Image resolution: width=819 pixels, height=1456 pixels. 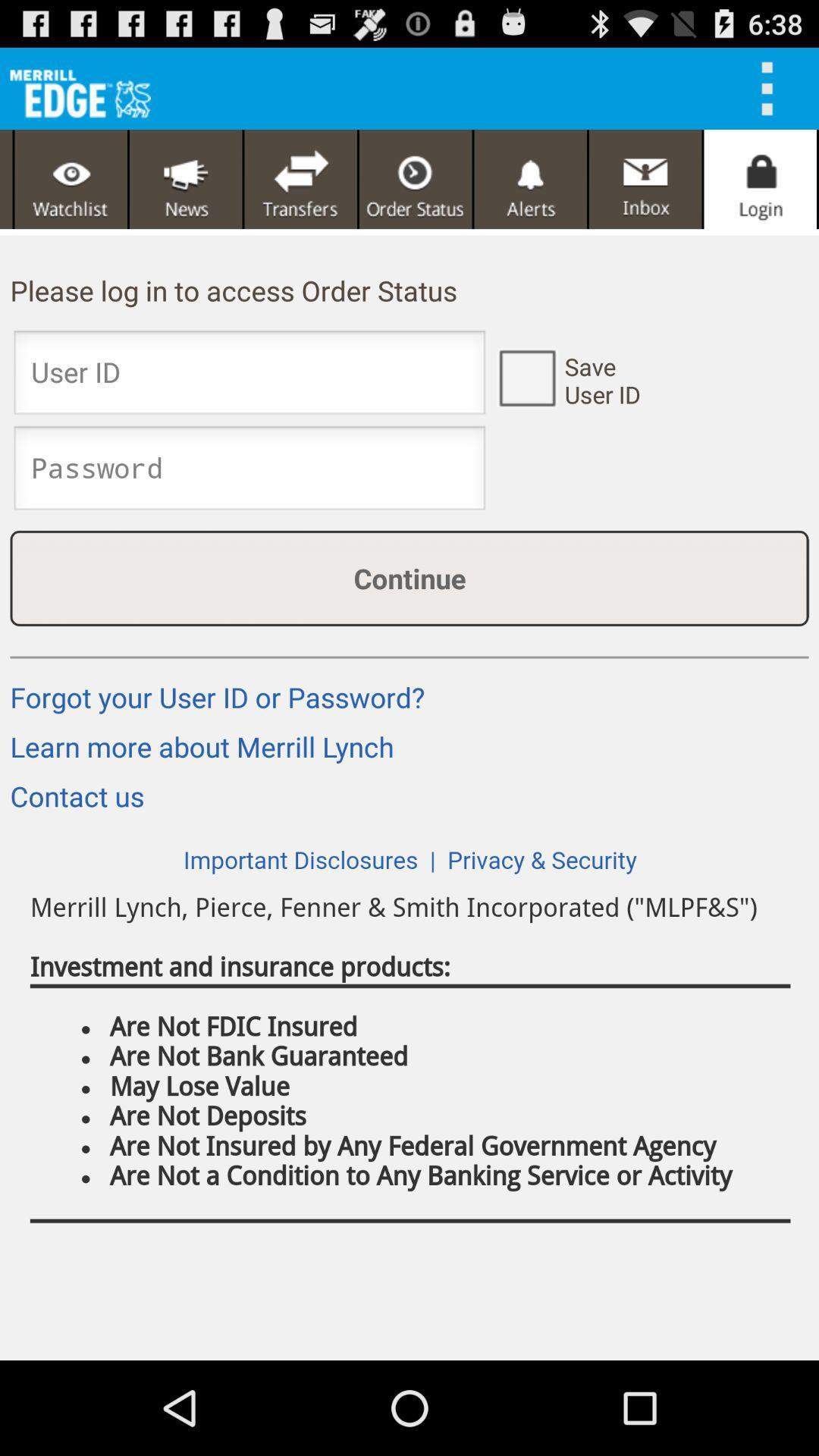 What do you see at coordinates (760, 191) in the screenshot?
I see `the lock icon` at bounding box center [760, 191].